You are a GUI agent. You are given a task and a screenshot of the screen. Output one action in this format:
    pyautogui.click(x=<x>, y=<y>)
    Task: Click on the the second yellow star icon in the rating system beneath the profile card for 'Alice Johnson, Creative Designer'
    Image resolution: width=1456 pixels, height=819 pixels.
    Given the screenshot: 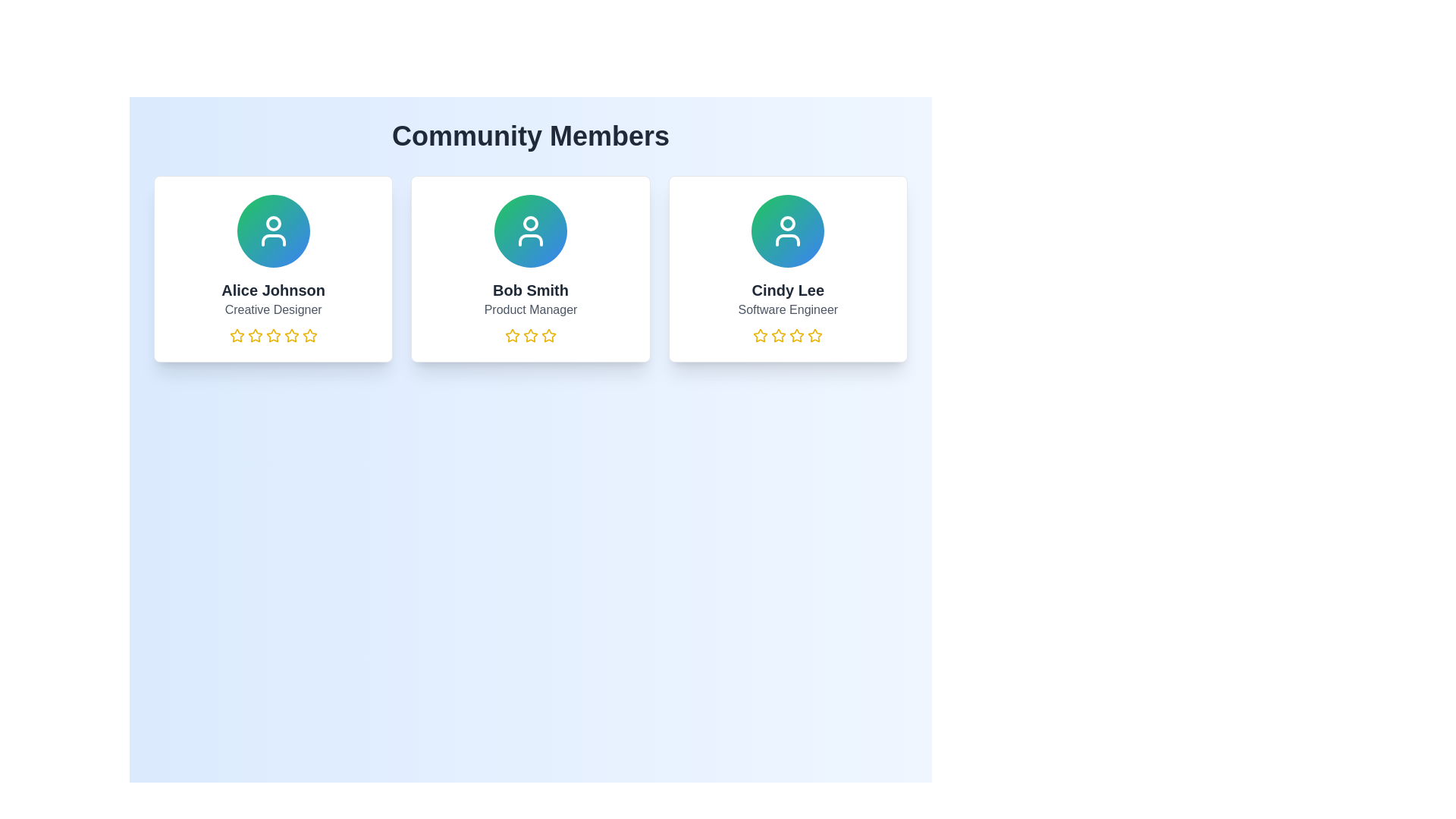 What is the action you would take?
    pyautogui.click(x=255, y=334)
    